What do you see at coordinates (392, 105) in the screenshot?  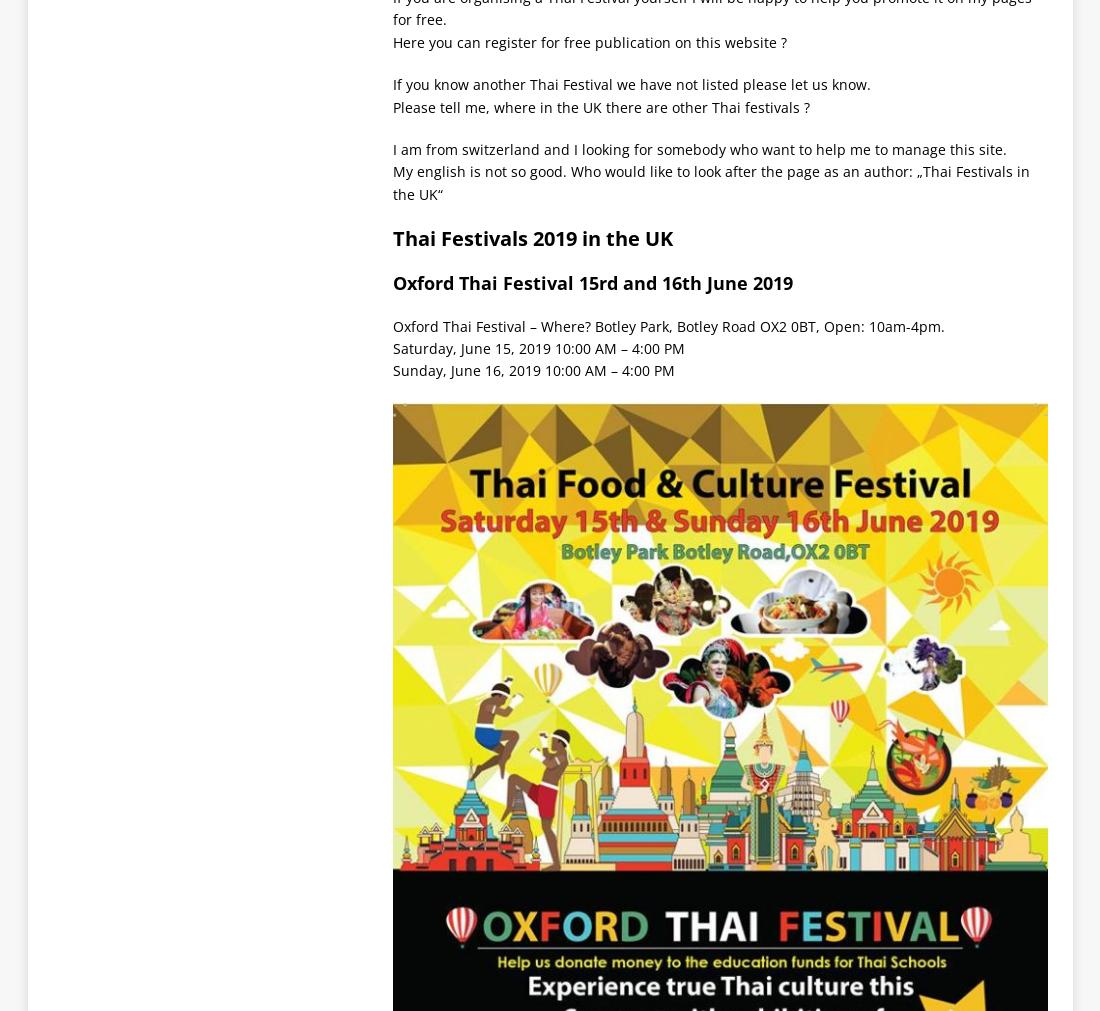 I see `'Please tell me, where in the UK there are other Thai festivals ?'` at bounding box center [392, 105].